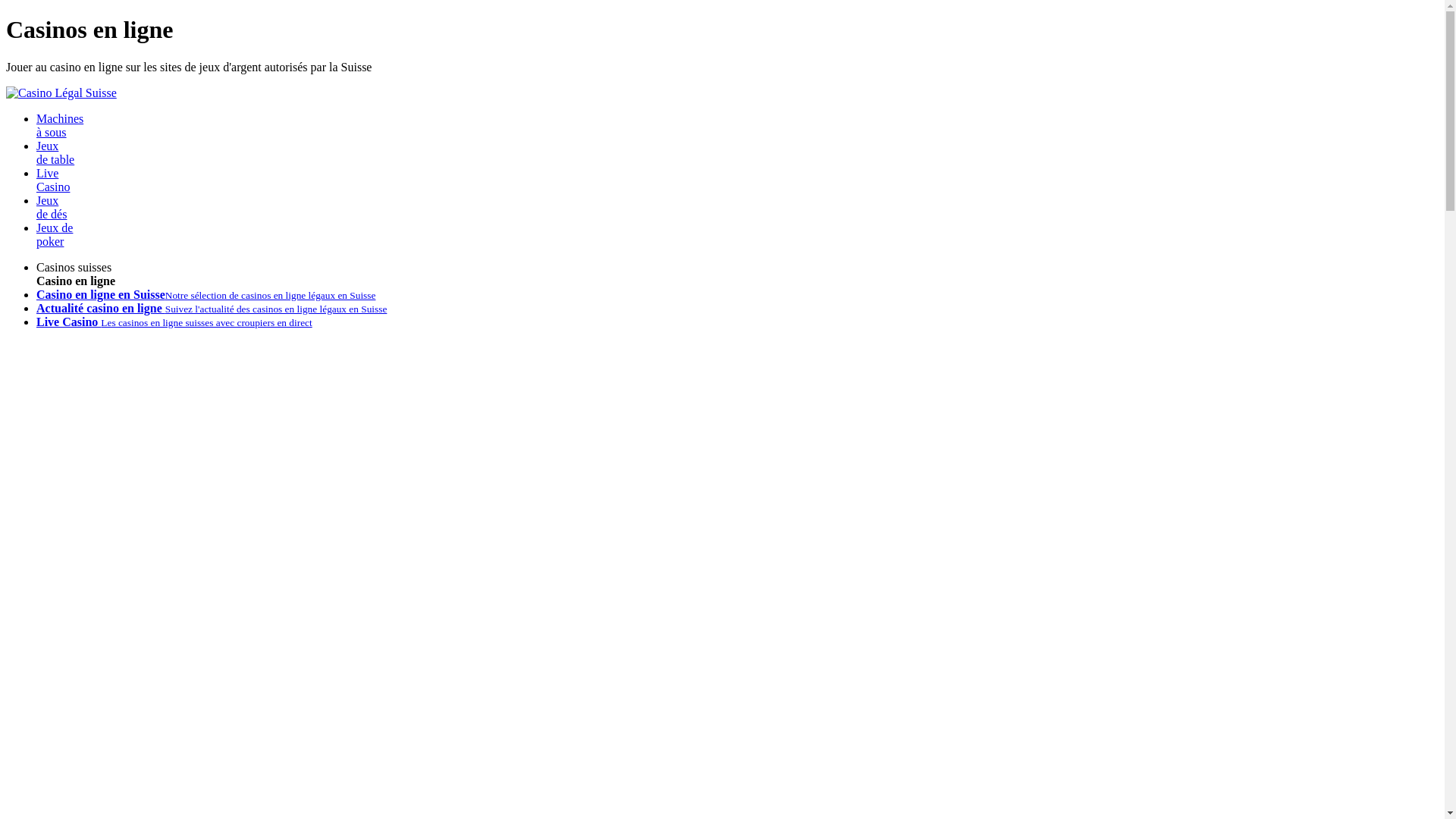 The height and width of the screenshot is (819, 1456). Describe the element at coordinates (55, 234) in the screenshot. I see `'Jeux de` at that location.